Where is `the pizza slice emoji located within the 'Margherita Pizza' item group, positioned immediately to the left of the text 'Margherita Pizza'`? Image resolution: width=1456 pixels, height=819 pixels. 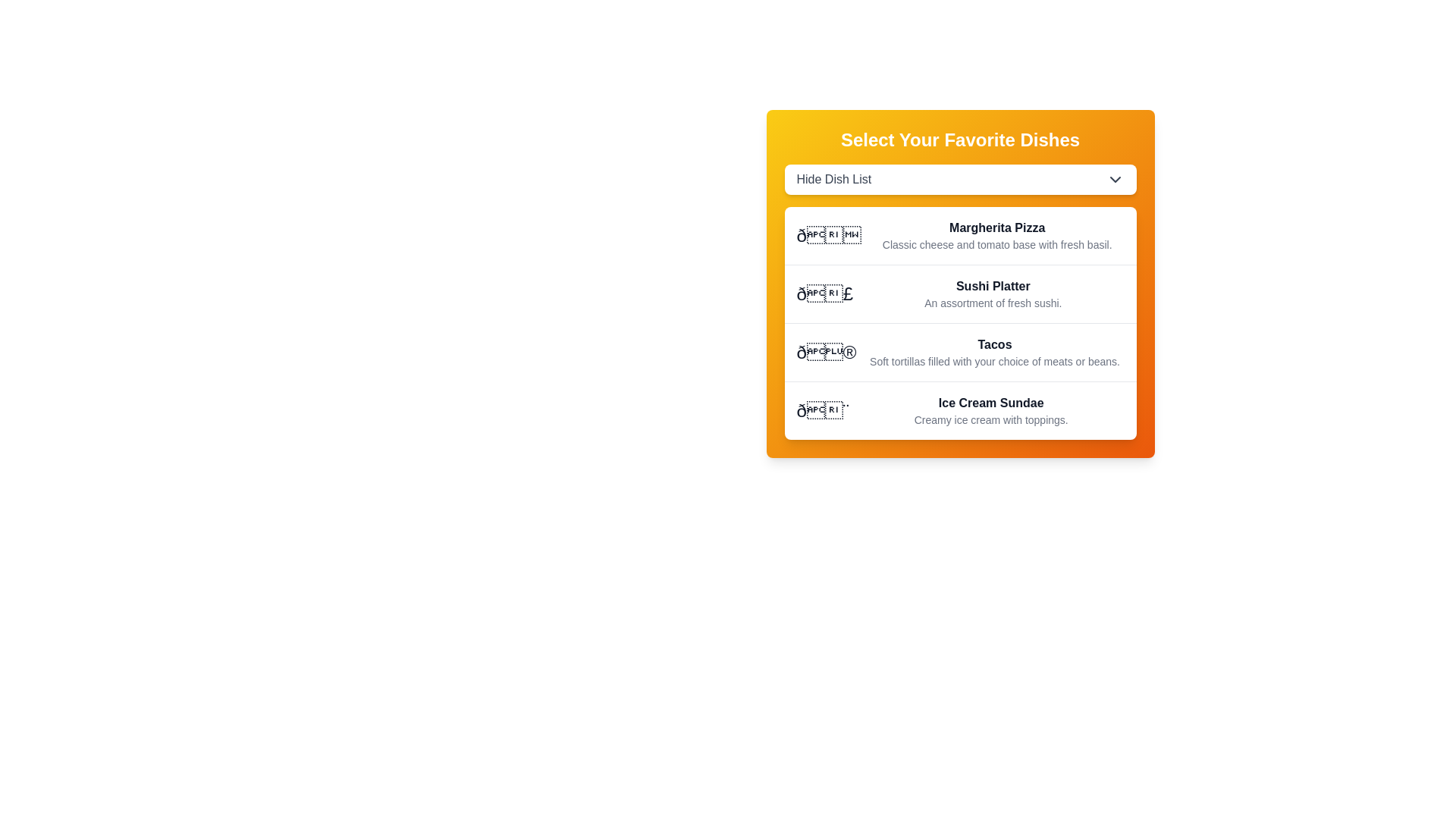 the pizza slice emoji located within the 'Margherita Pizza' item group, positioned immediately to the left of the text 'Margherita Pizza' is located at coordinates (828, 236).